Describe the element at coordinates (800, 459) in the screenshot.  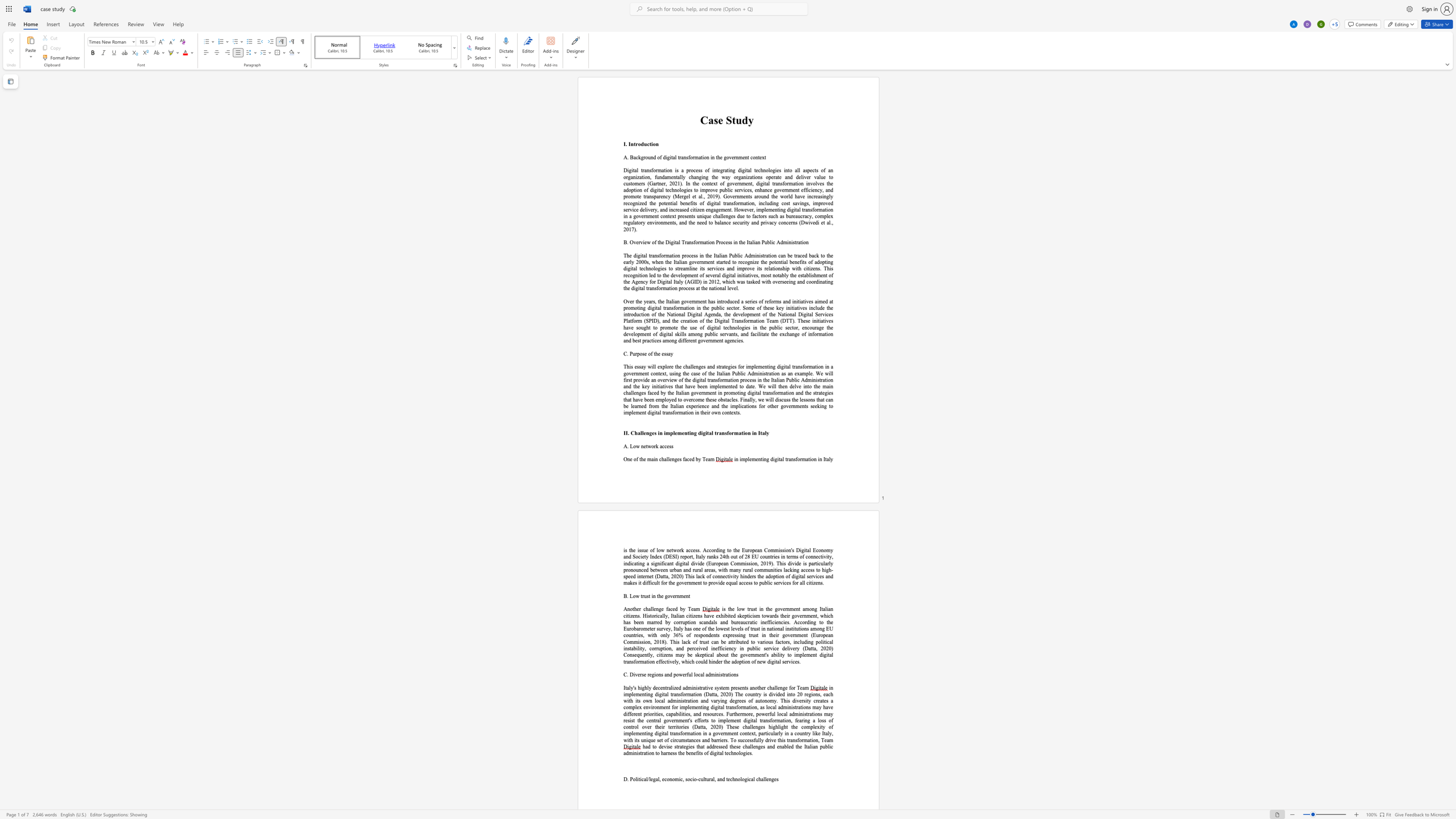
I see `the space between the continuous character "o" and "r" in the text` at that location.